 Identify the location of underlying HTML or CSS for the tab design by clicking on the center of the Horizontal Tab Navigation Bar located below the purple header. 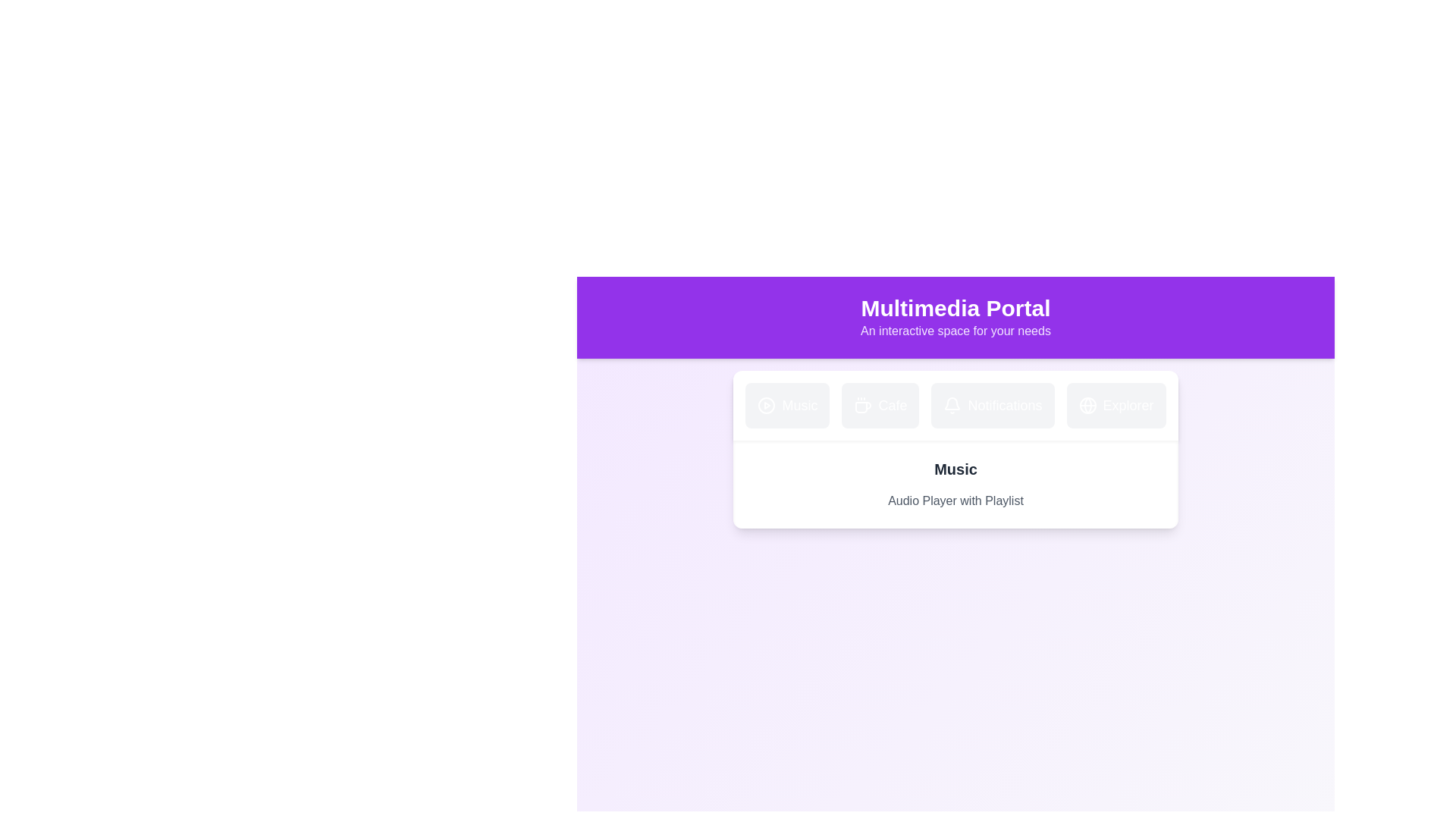
(955, 405).